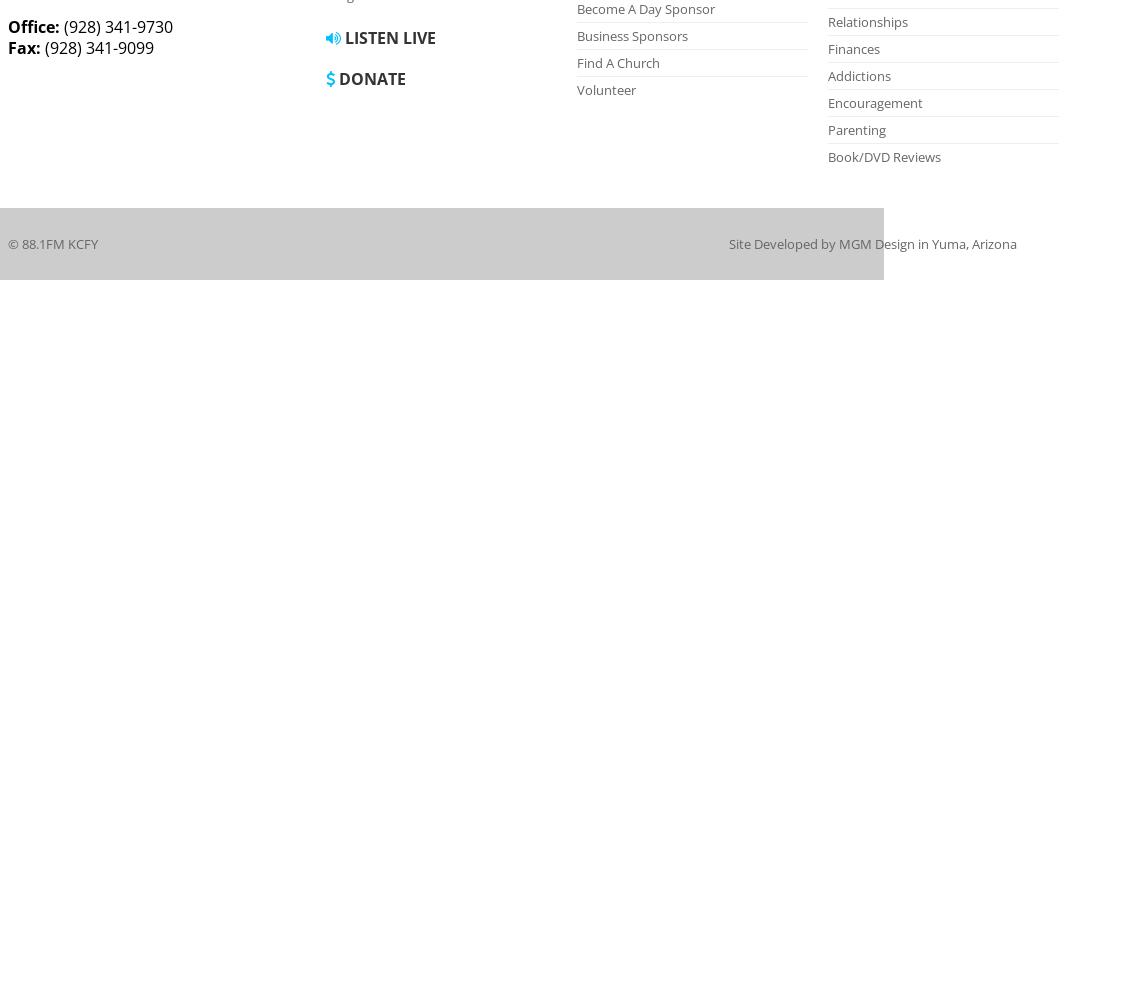 The height and width of the screenshot is (1000, 1124). What do you see at coordinates (853, 48) in the screenshot?
I see `'Finances'` at bounding box center [853, 48].